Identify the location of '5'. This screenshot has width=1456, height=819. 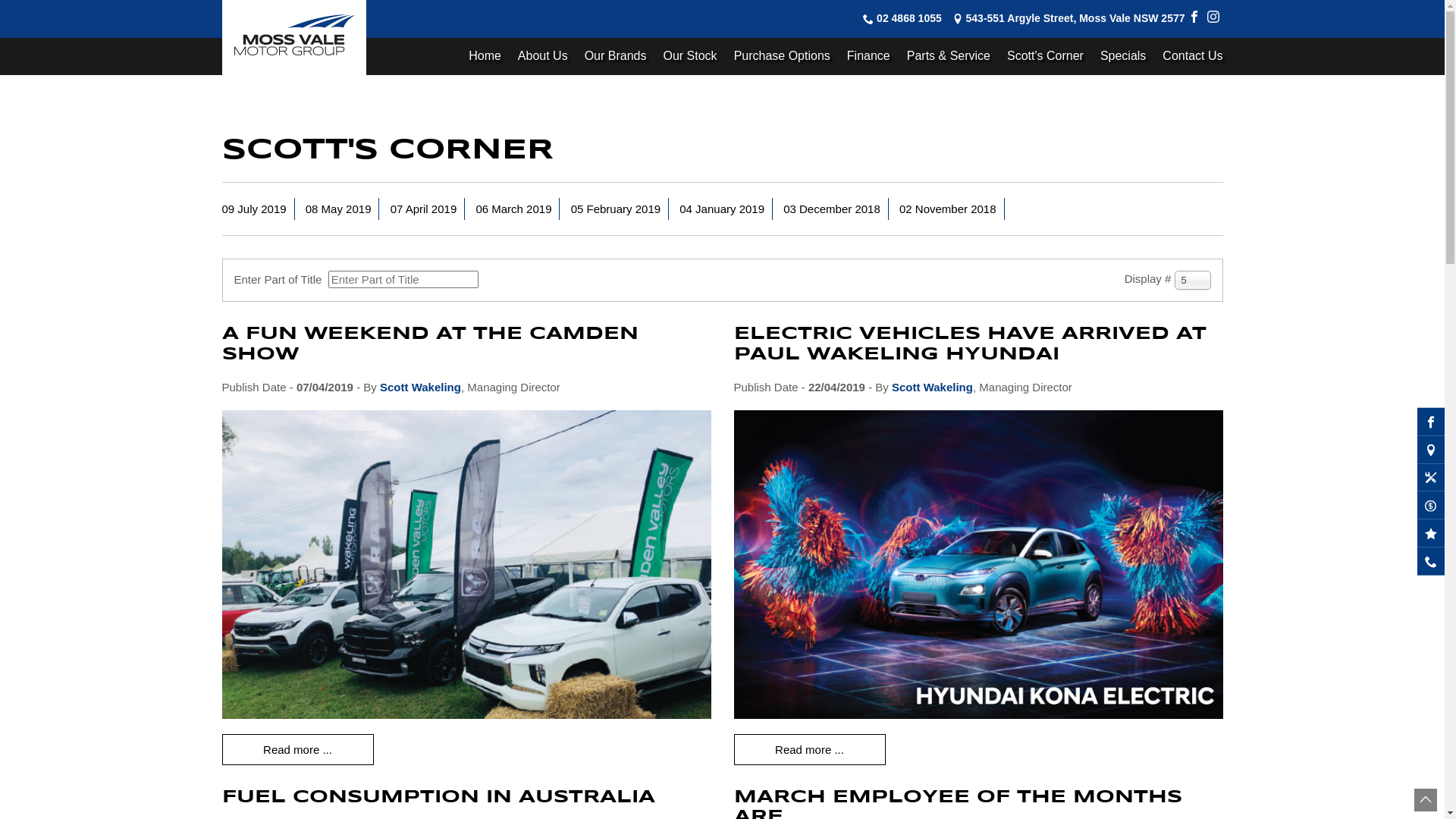
(1191, 280).